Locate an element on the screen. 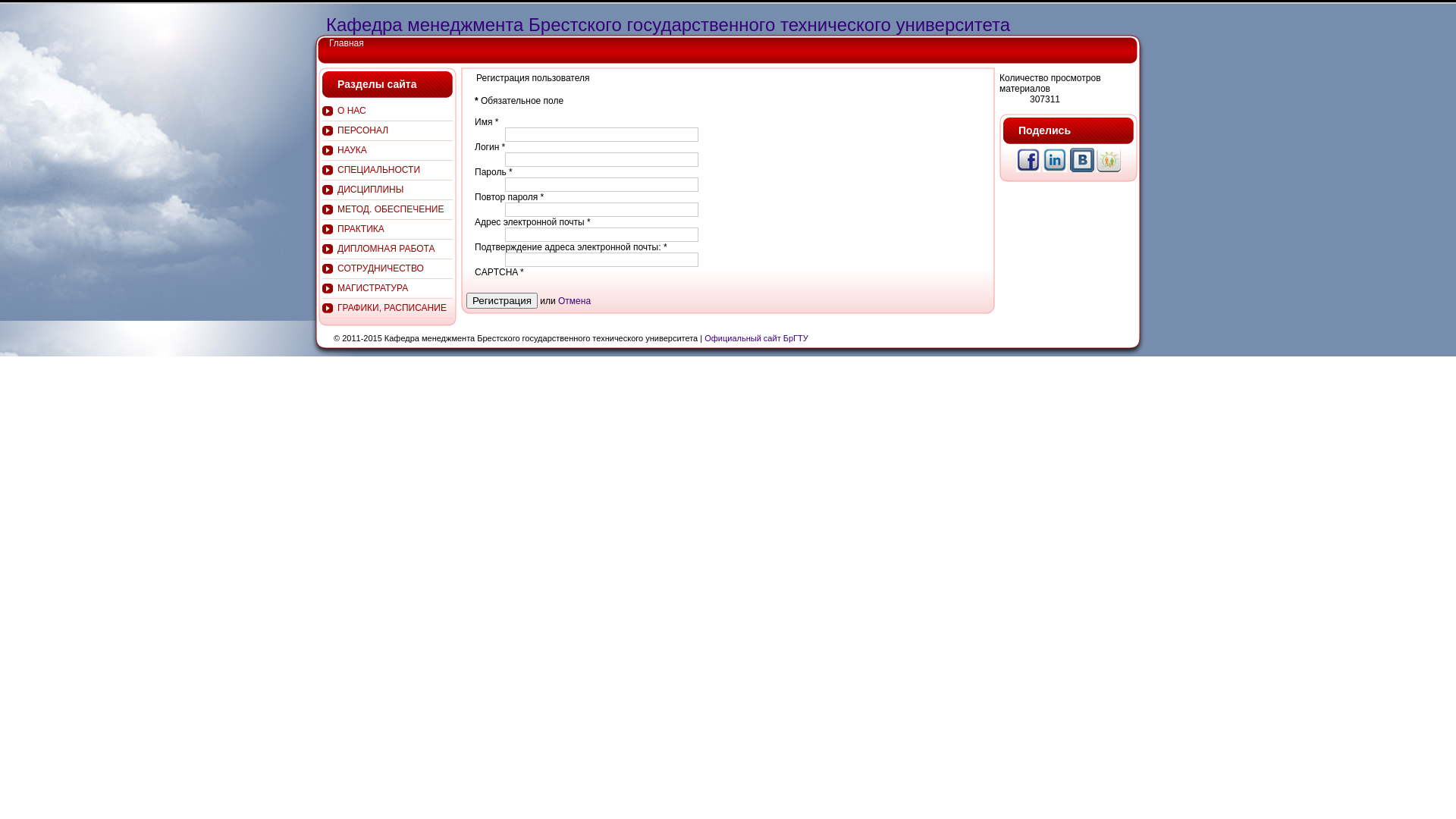 The image size is (1456, 819). 'MOD_MVSOCIALBUTTONS_SUBMIT' is located at coordinates (1029, 169).